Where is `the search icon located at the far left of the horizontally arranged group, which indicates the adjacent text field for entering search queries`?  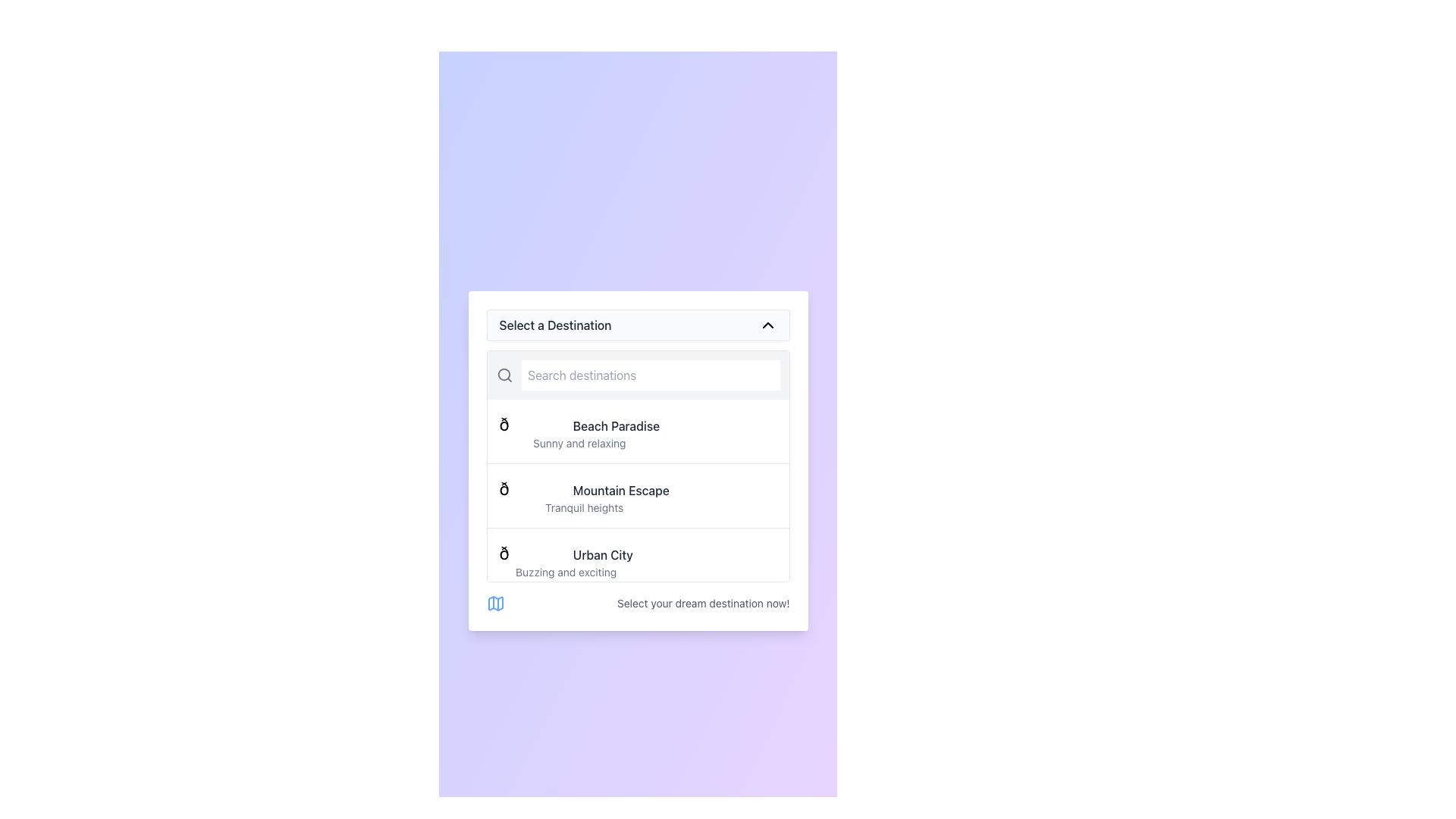 the search icon located at the far left of the horizontally arranged group, which indicates the adjacent text field for entering search queries is located at coordinates (504, 375).